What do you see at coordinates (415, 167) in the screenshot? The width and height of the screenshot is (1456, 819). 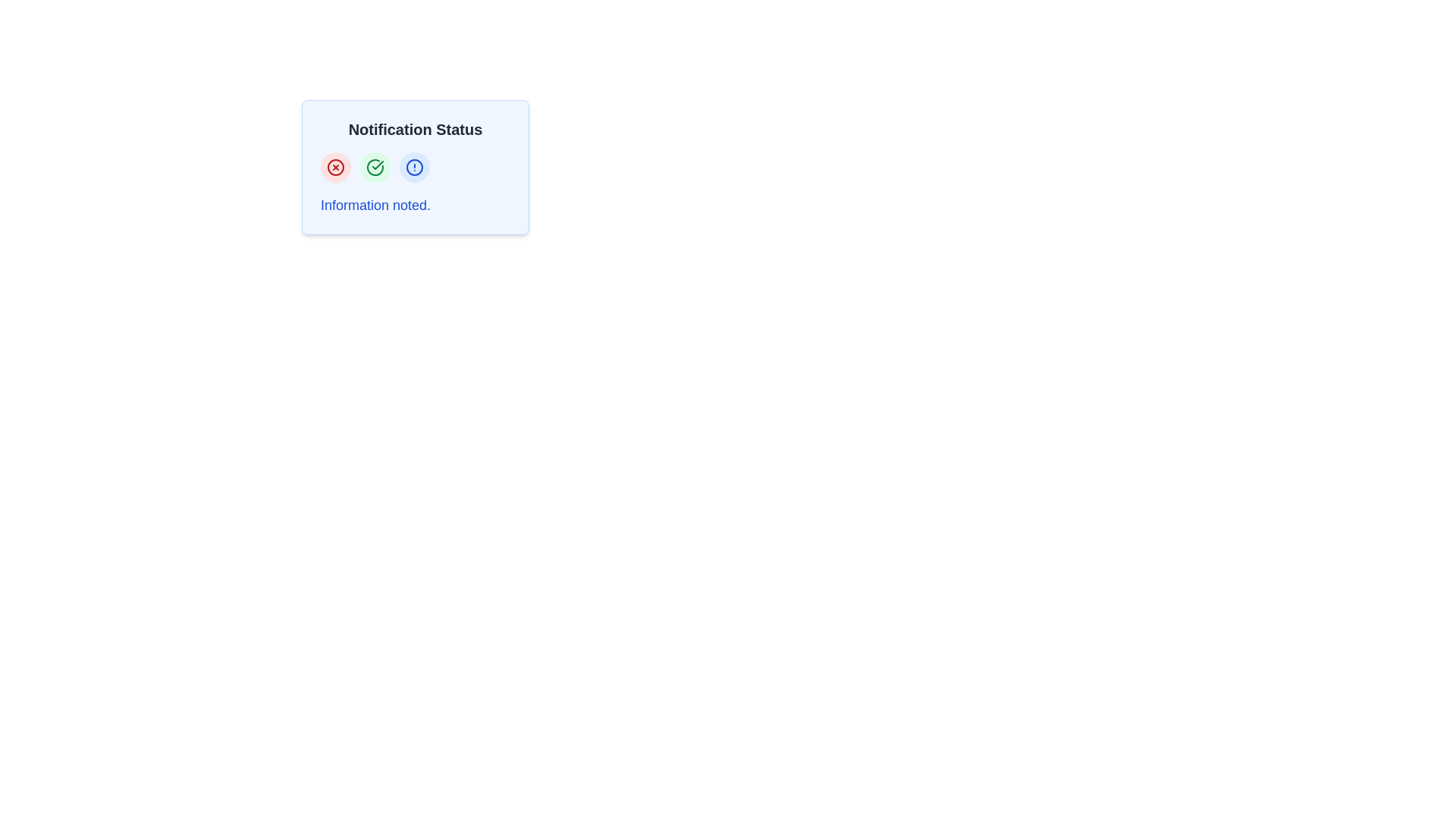 I see `the circular icon with a blue outline and a vertical exclamation line, which is the third icon from the left in the 'Notification Status' panel` at bounding box center [415, 167].